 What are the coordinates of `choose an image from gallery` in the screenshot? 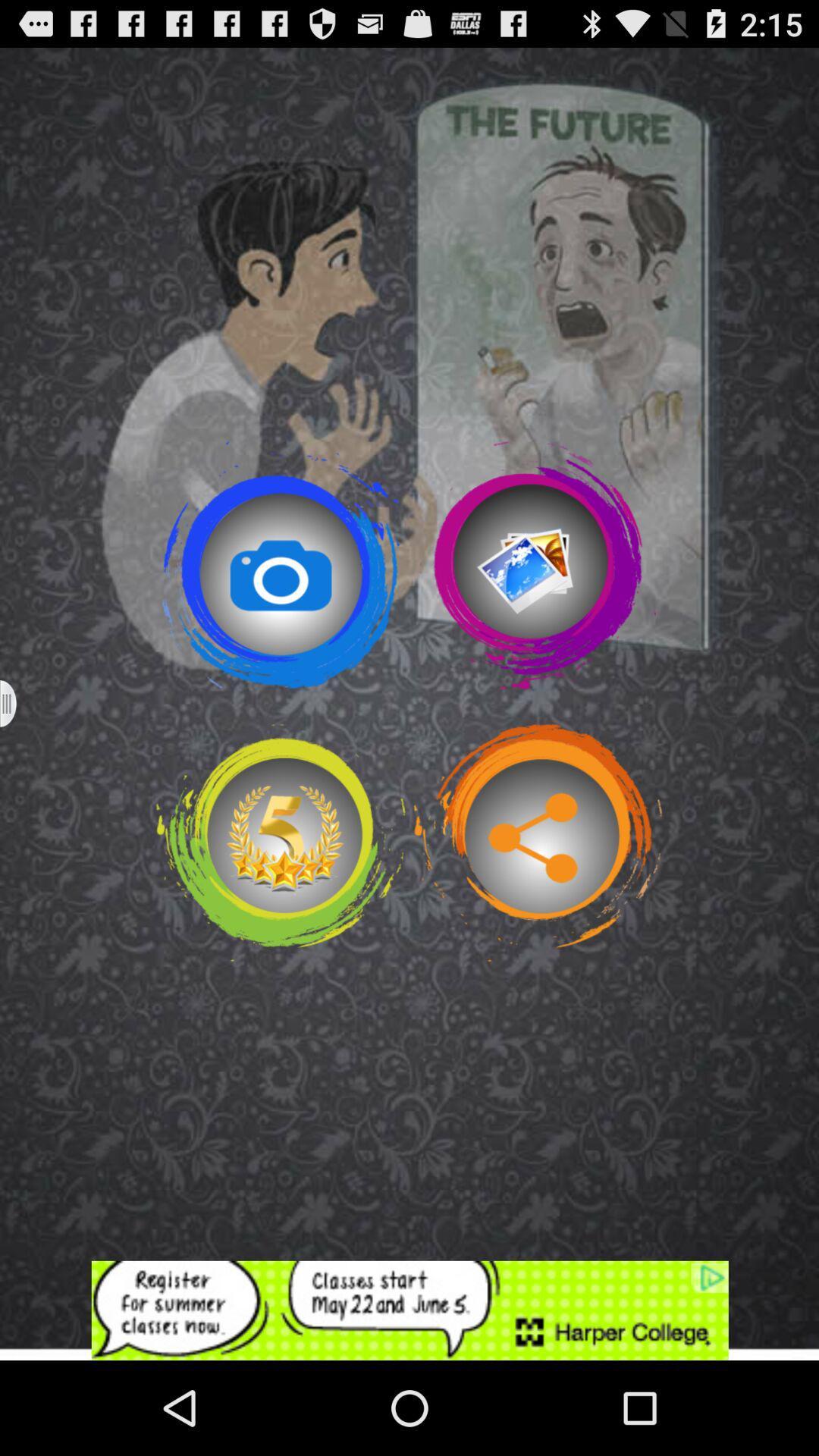 It's located at (537, 564).